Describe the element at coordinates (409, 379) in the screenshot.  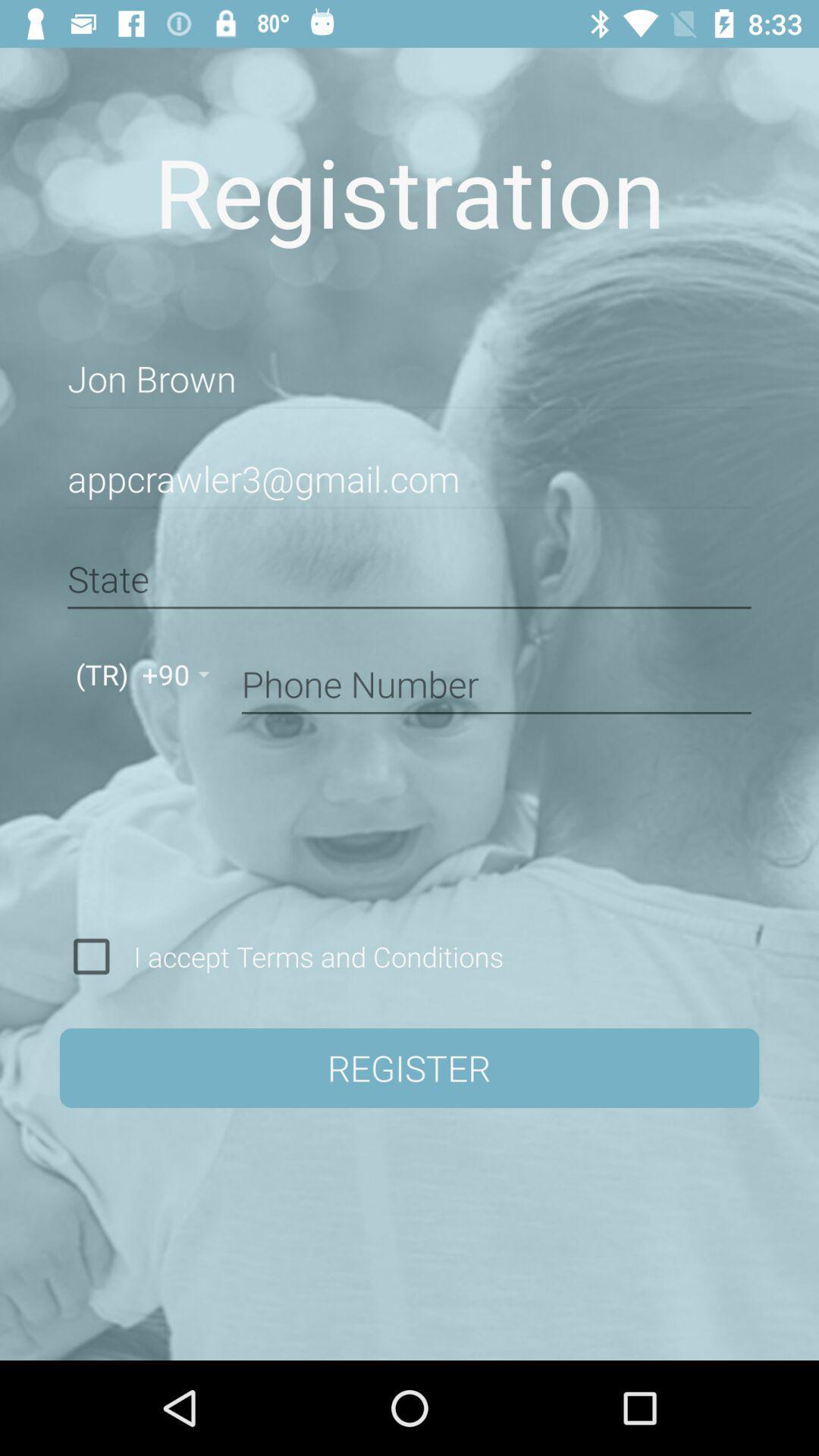
I see `item below registration icon` at that location.